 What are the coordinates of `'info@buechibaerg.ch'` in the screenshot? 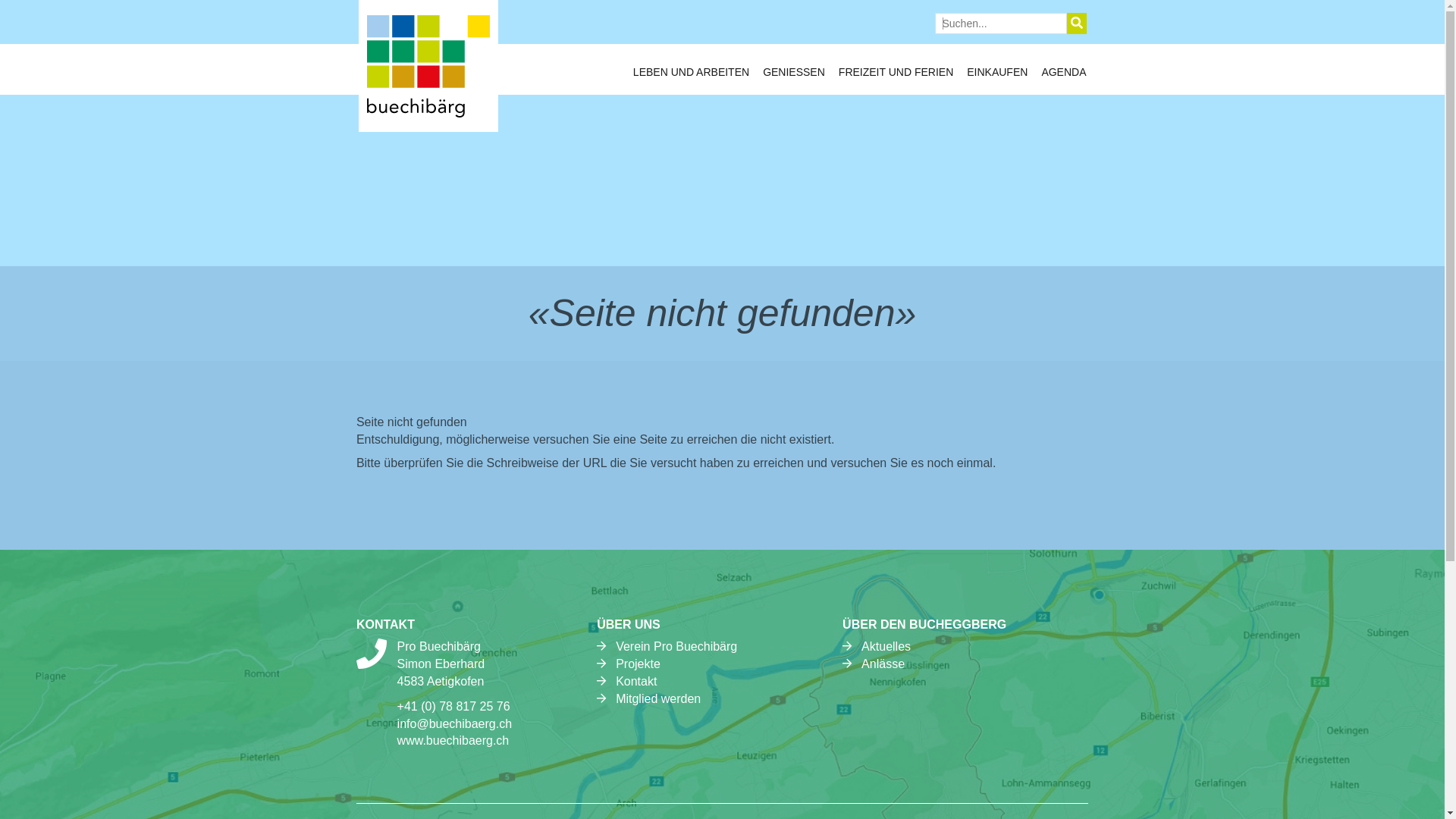 It's located at (453, 723).